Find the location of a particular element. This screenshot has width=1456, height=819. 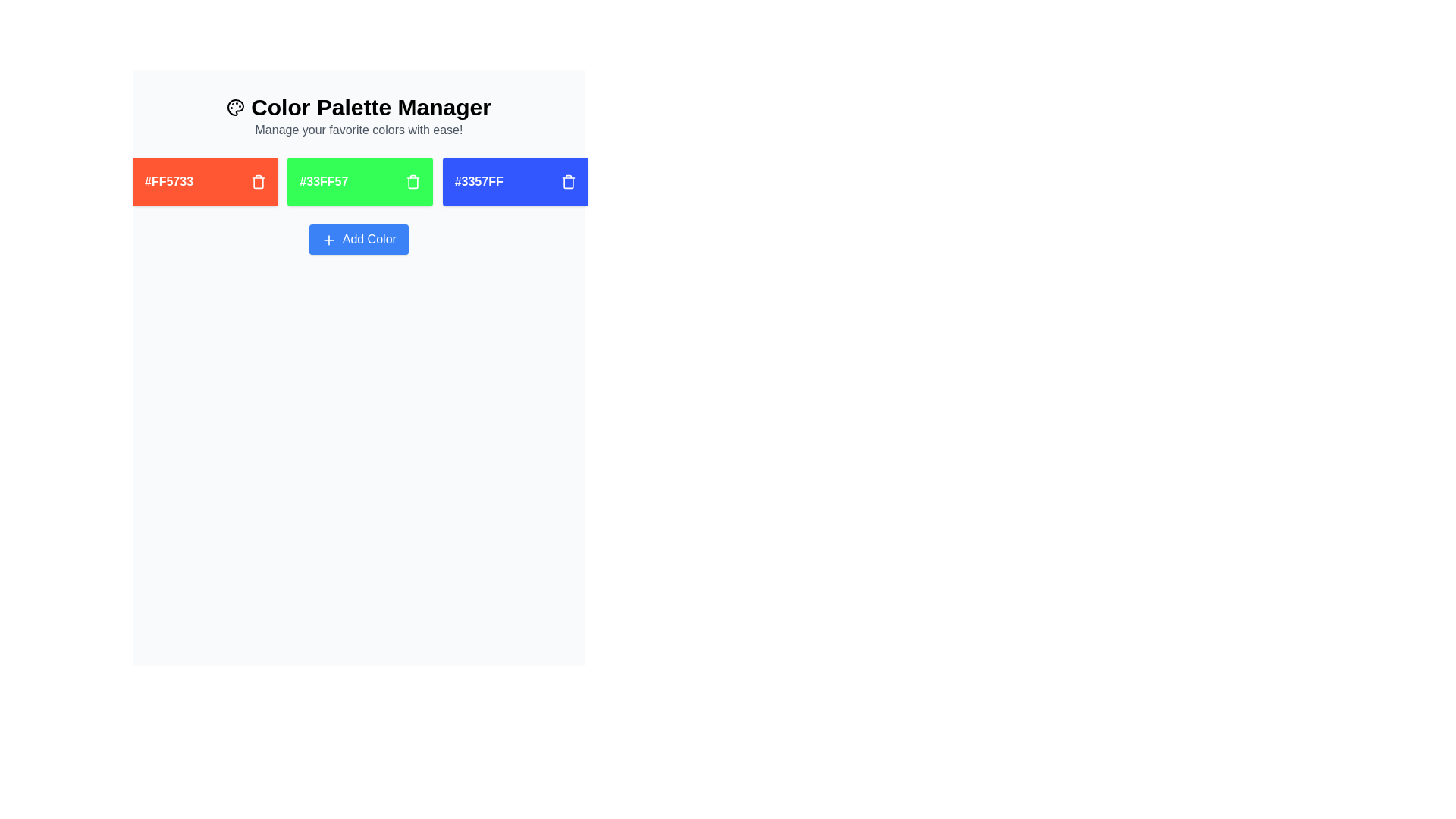

the text block that reads 'Manage your favorite colors with ease!', which is styled in light gray and located below the title 'Color Palette Manager' is located at coordinates (358, 130).